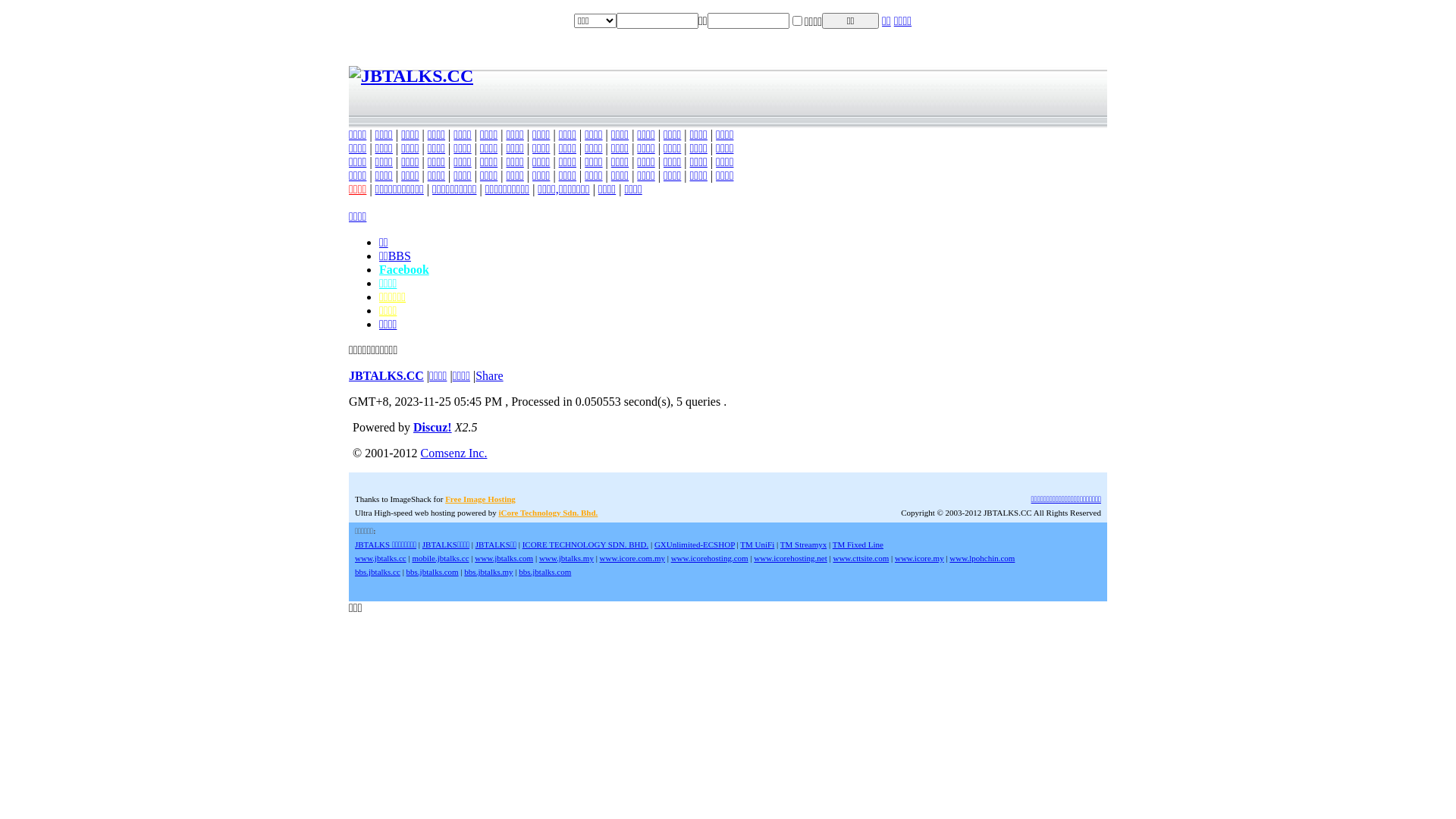  What do you see at coordinates (858, 543) in the screenshot?
I see `'TM Fixed Line'` at bounding box center [858, 543].